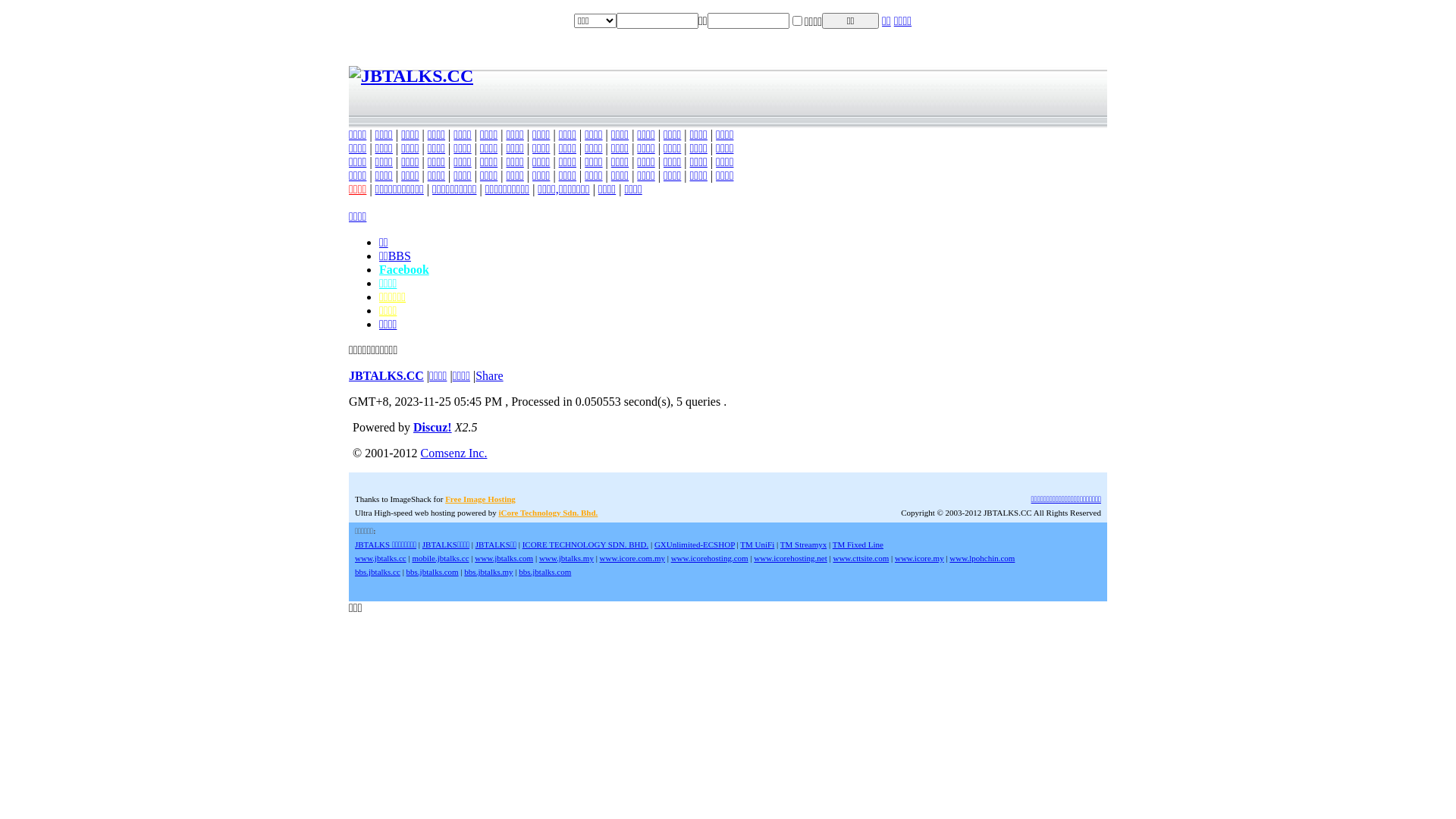  What do you see at coordinates (858, 543) in the screenshot?
I see `'TM Fixed Line'` at bounding box center [858, 543].